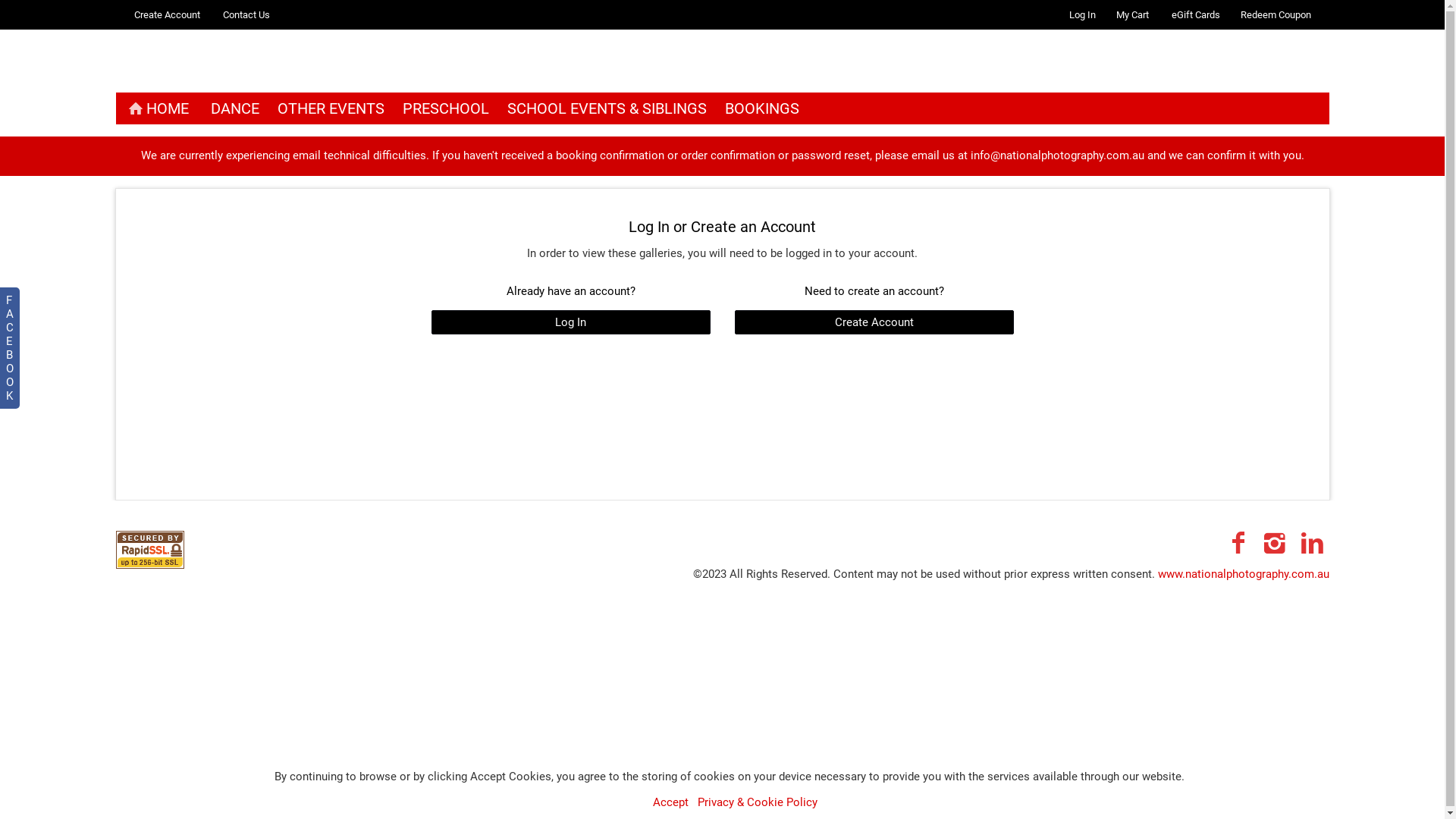 Image resolution: width=1456 pixels, height=819 pixels. Describe the element at coordinates (1294, 542) in the screenshot. I see `'LinkedIn'` at that location.